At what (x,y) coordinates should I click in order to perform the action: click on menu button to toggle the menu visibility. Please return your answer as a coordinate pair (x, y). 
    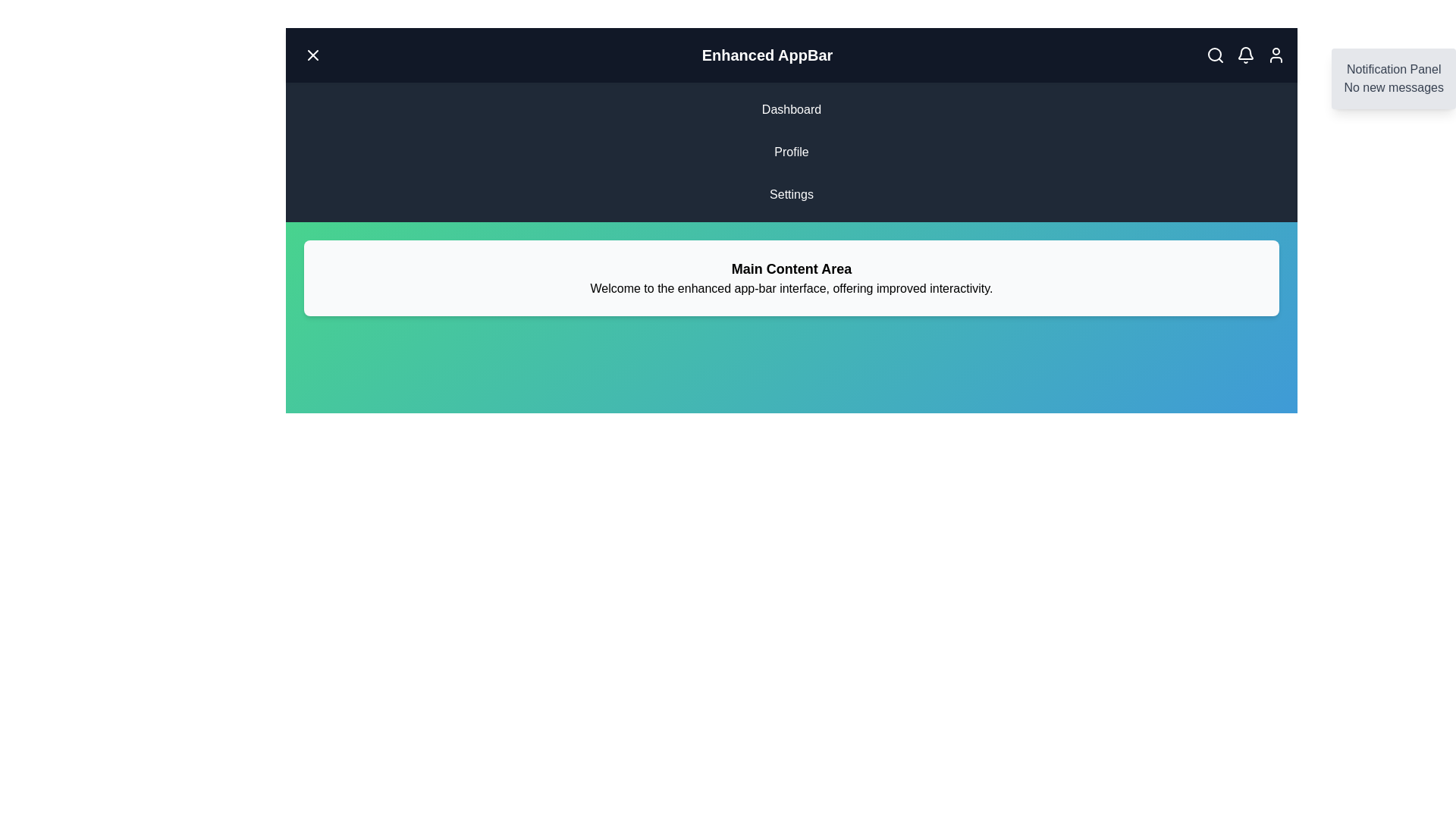
    Looking at the image, I should click on (312, 55).